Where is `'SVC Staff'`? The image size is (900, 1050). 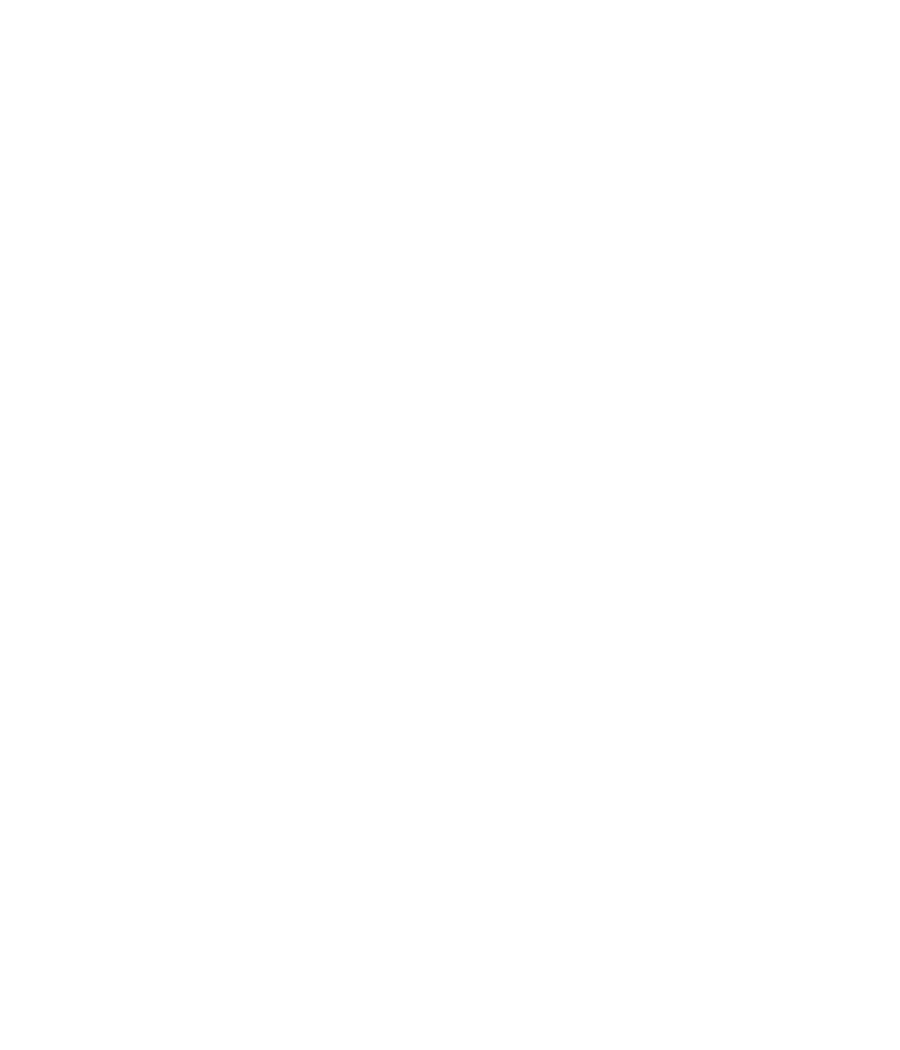 'SVC Staff' is located at coordinates (129, 22).